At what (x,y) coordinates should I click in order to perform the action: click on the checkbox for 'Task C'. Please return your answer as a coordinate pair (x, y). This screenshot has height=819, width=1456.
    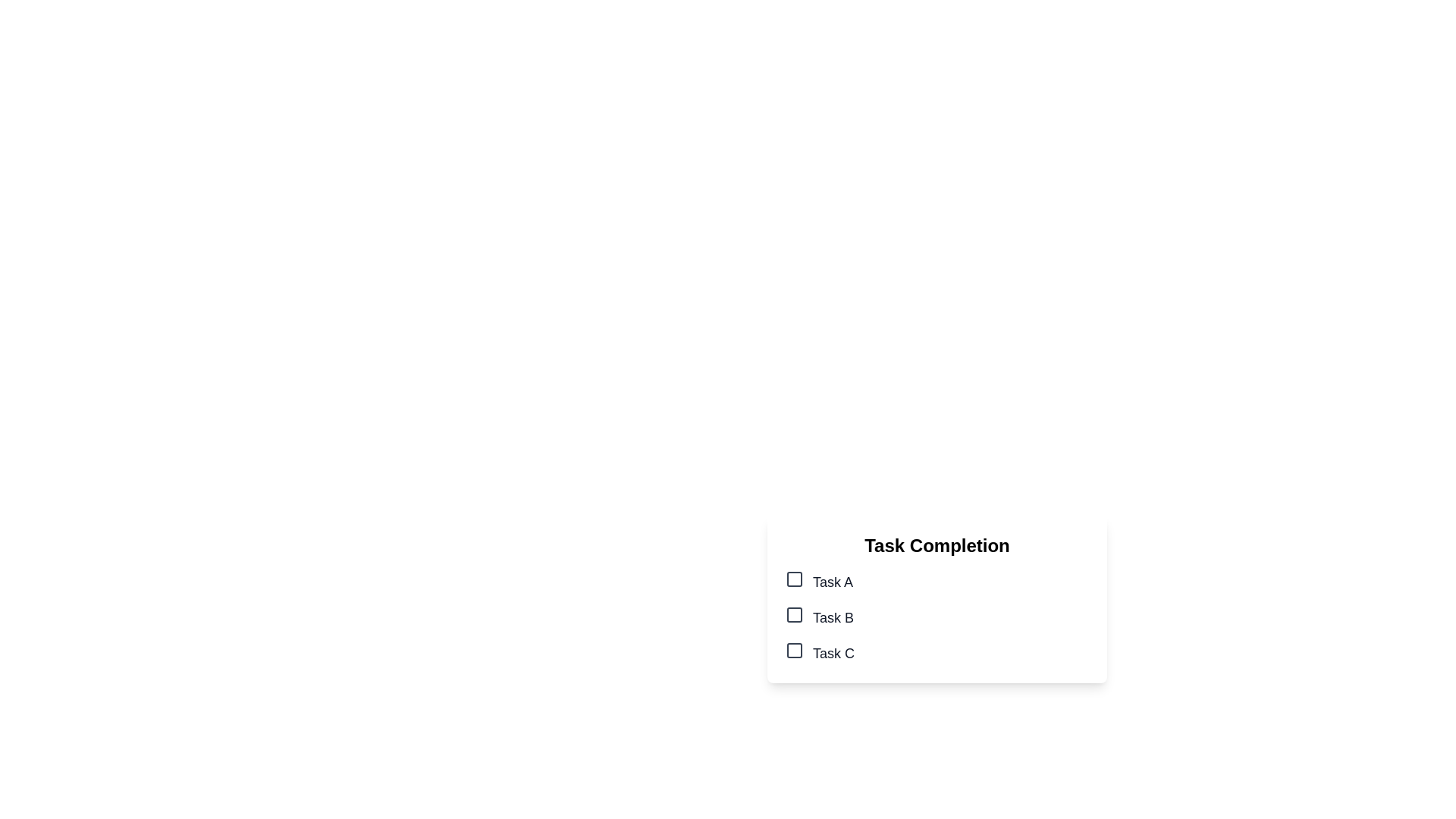
    Looking at the image, I should click on (793, 649).